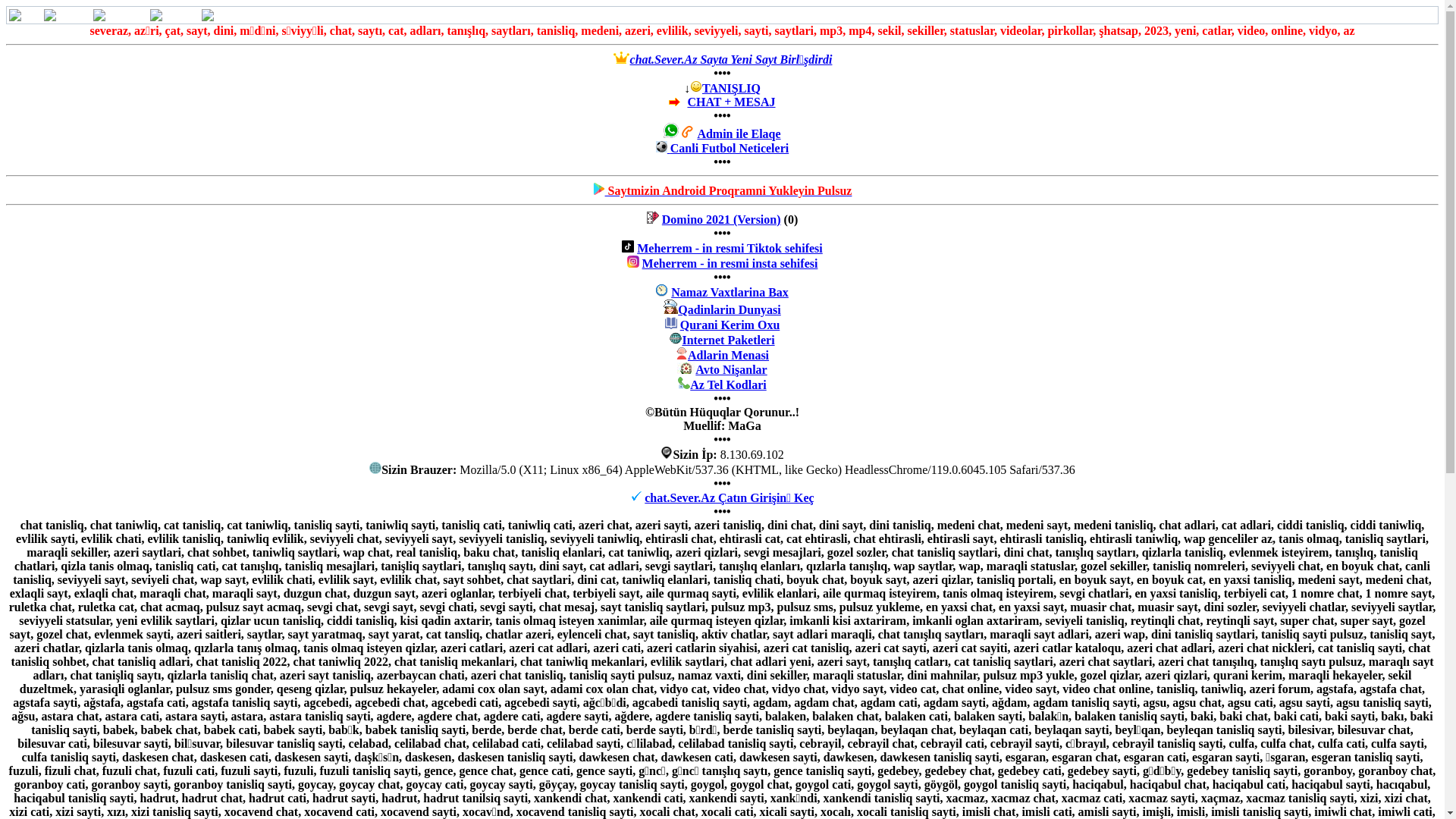 The width and height of the screenshot is (1456, 819). What do you see at coordinates (717, 140) in the screenshot?
I see `'Admin ile Elaqe'` at bounding box center [717, 140].